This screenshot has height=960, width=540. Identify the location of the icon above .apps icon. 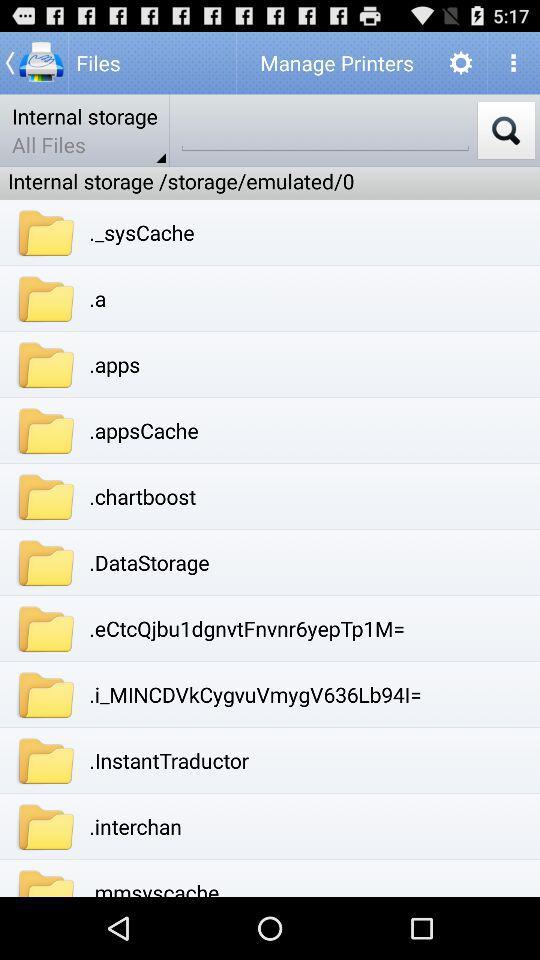
(96, 297).